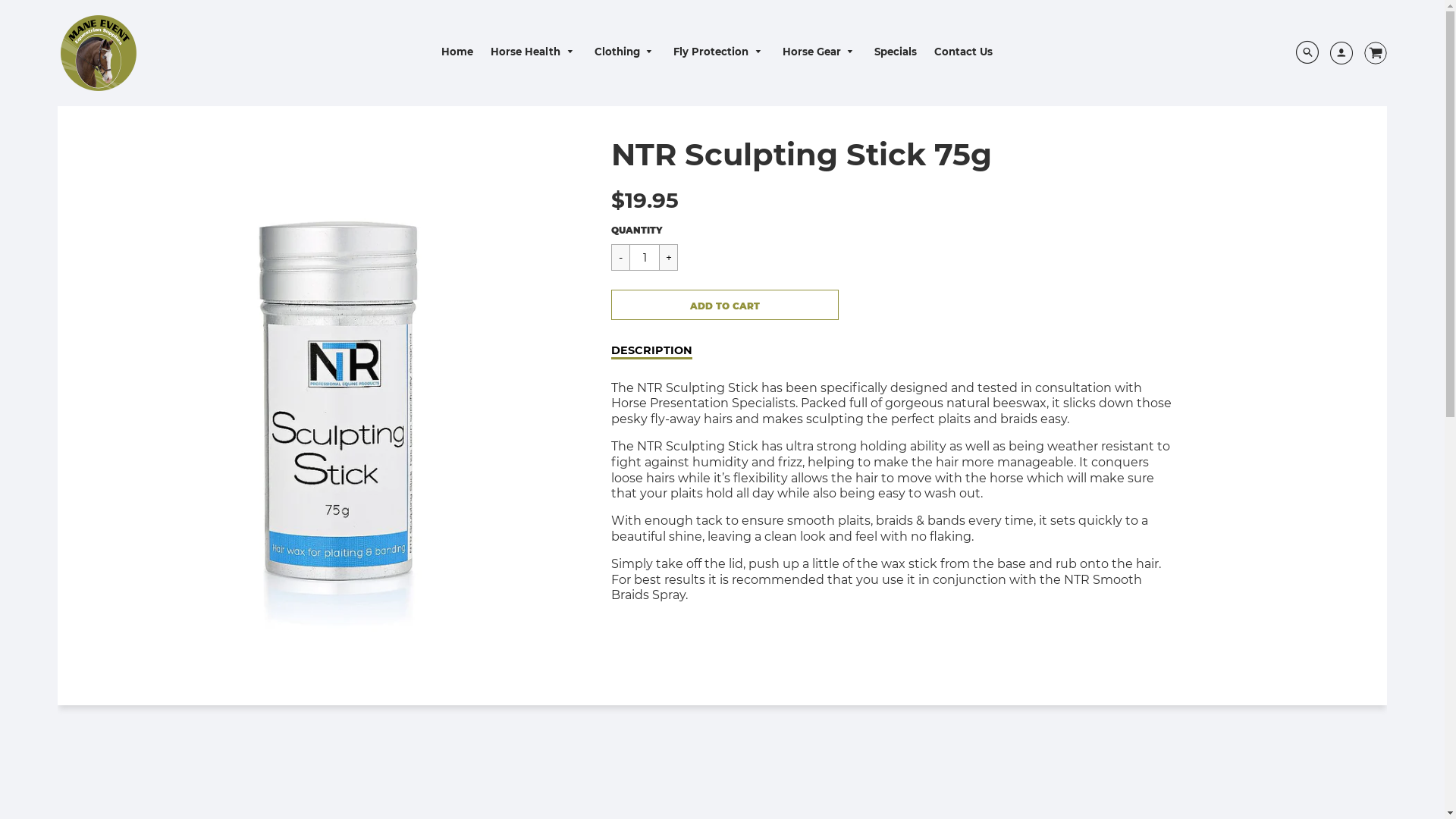  Describe the element at coordinates (962, 51) in the screenshot. I see `'Contact Us'` at that location.